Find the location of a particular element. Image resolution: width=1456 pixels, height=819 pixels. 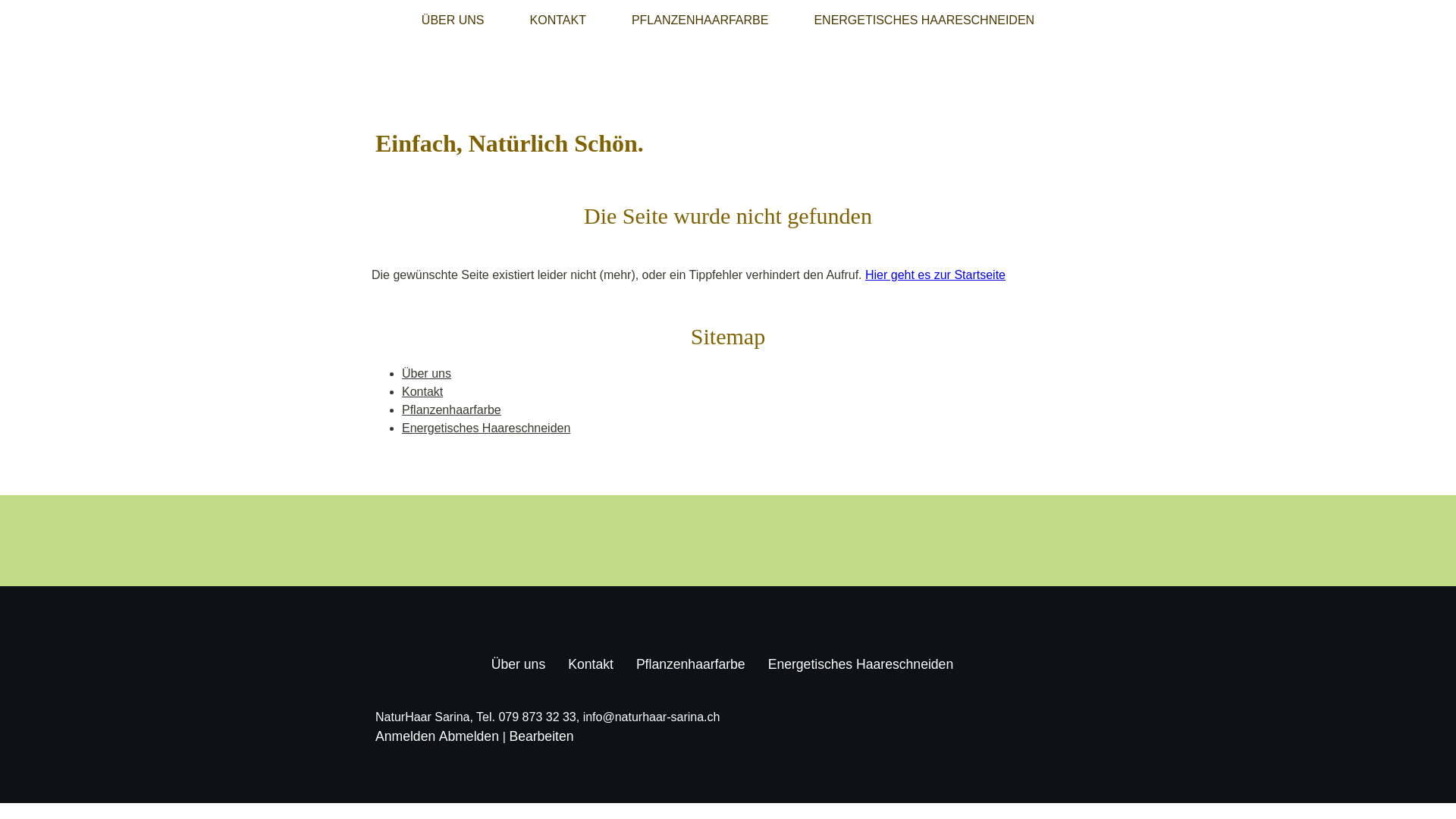

'KONTAKT' is located at coordinates (557, 20).